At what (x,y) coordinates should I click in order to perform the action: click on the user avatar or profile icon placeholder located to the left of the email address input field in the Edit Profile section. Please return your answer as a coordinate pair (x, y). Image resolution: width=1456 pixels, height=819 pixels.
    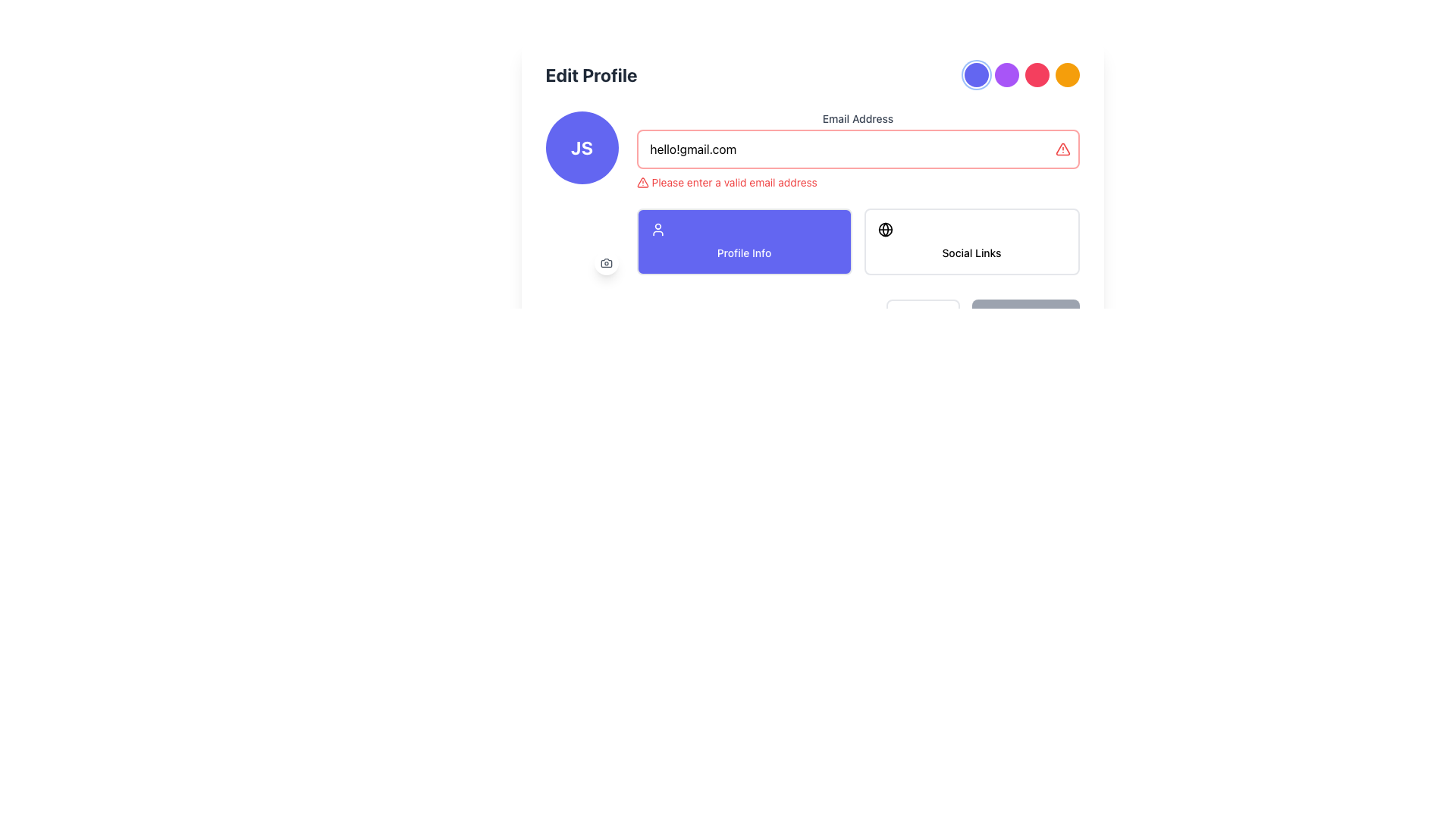
    Looking at the image, I should click on (581, 148).